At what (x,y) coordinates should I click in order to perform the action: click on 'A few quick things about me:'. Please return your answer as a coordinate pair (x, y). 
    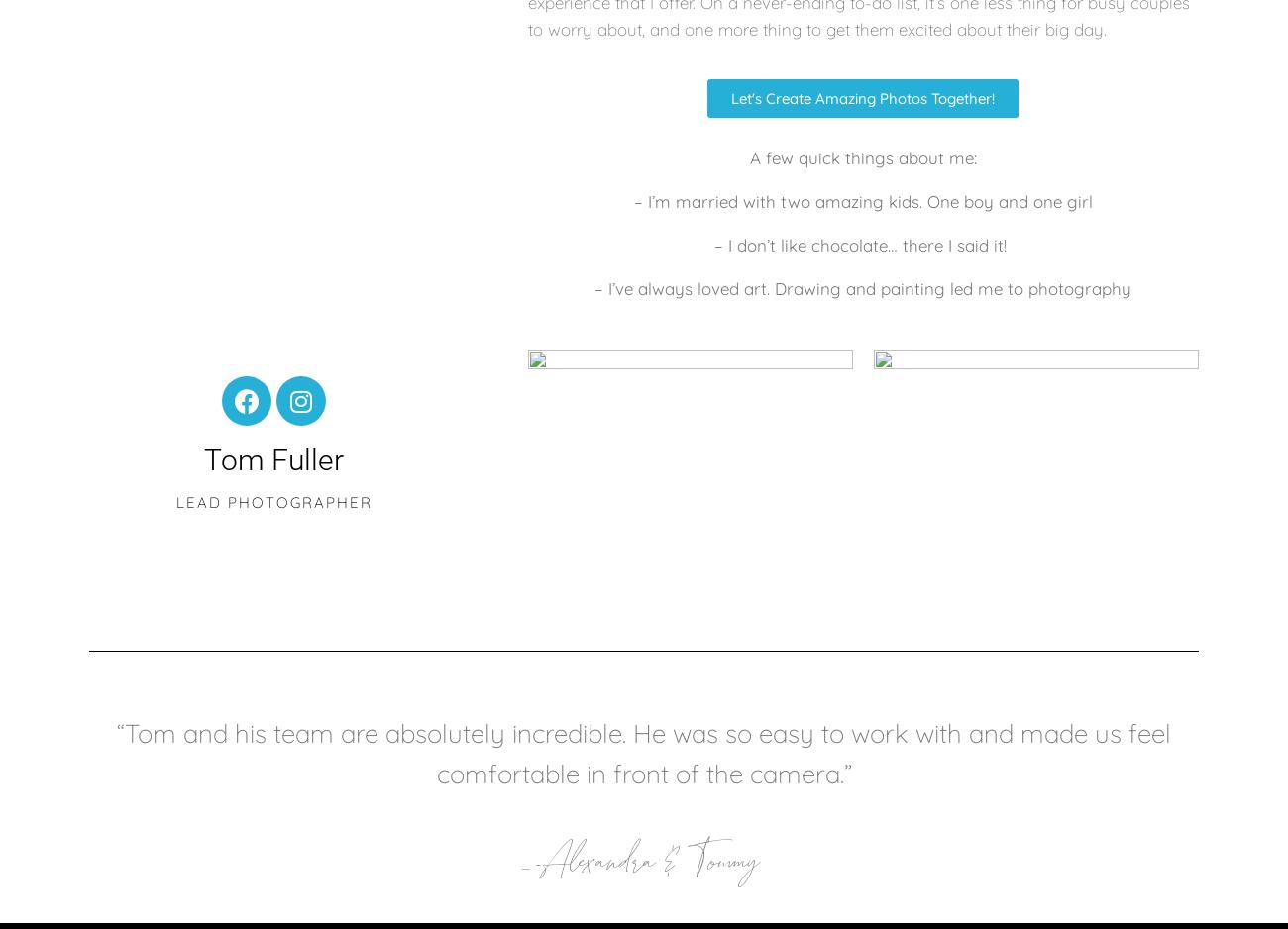
    Looking at the image, I should click on (748, 156).